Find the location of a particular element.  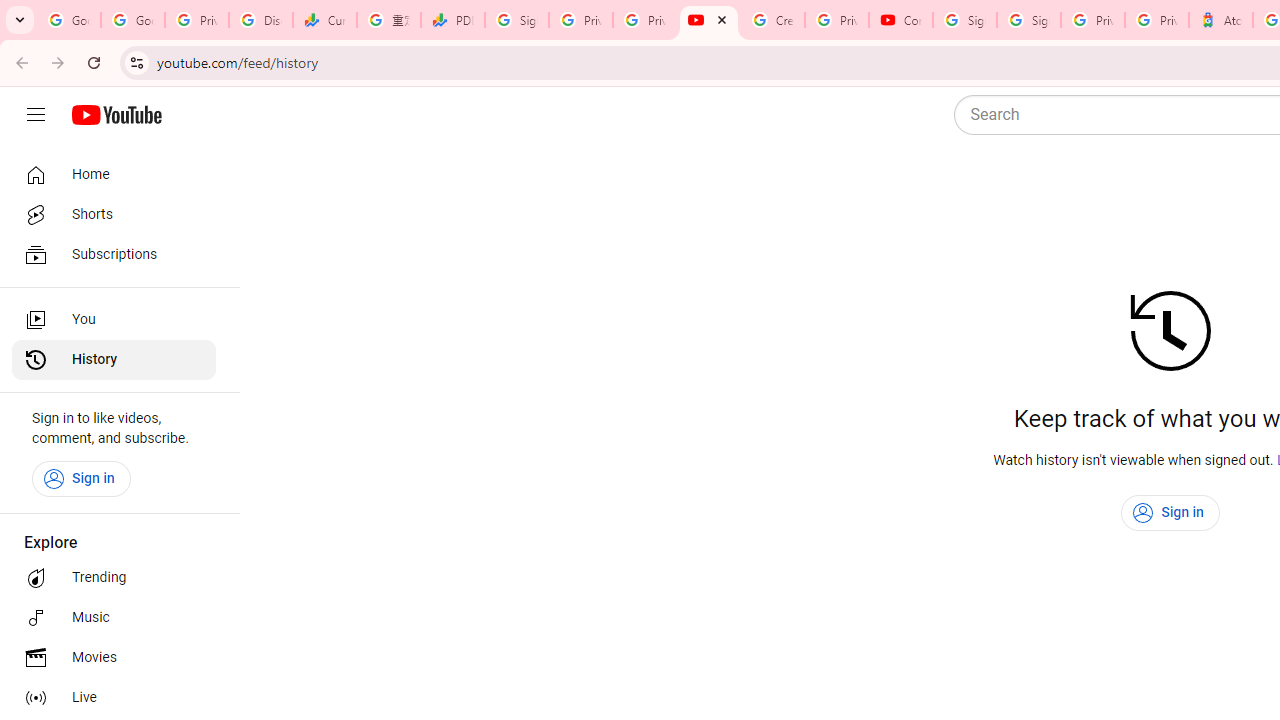

'Shorts' is located at coordinates (112, 214).